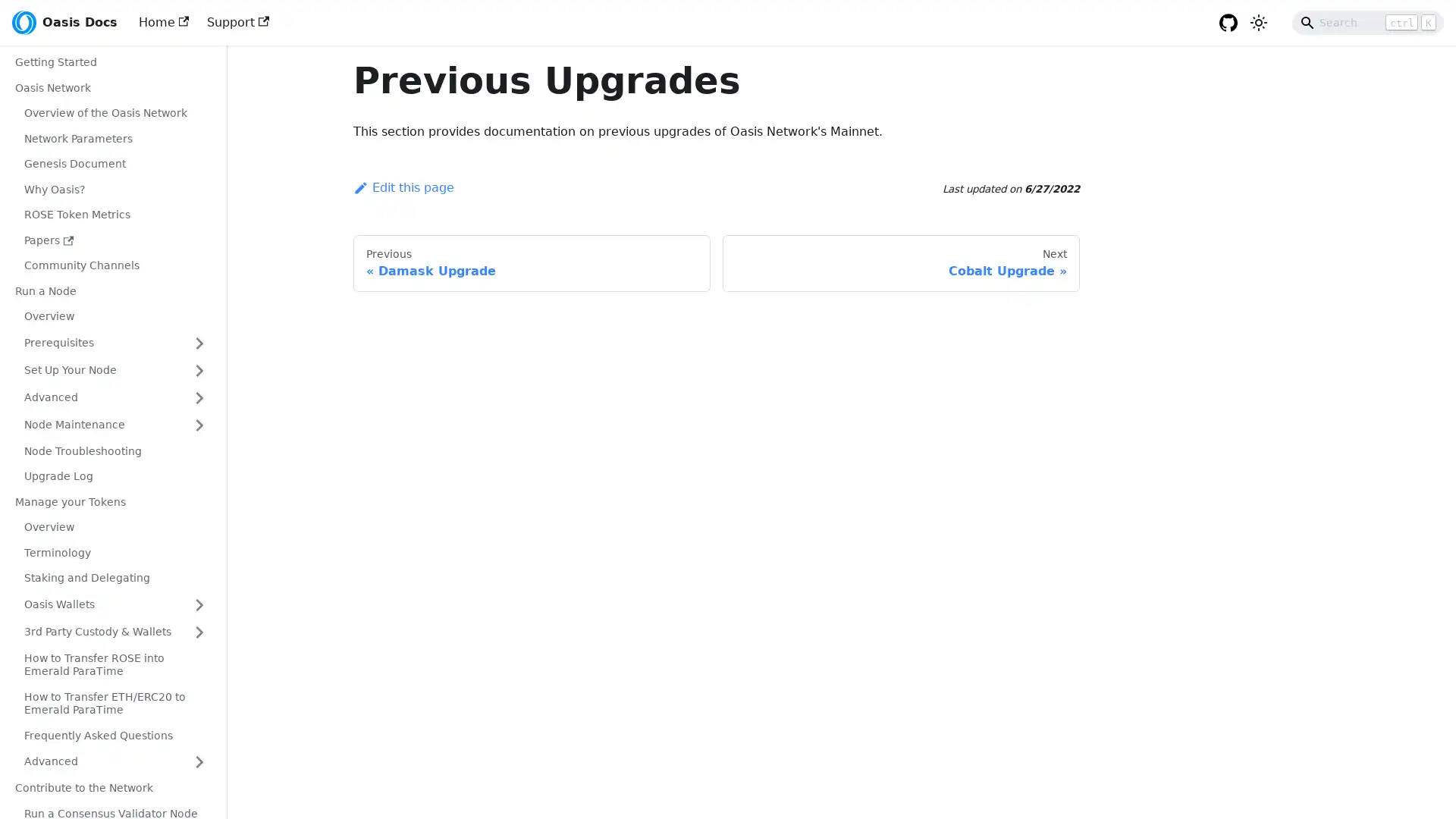  Describe the element at coordinates (199, 370) in the screenshot. I see `Toggle the collapsible sidebar category 'Set Up Your Node'` at that location.